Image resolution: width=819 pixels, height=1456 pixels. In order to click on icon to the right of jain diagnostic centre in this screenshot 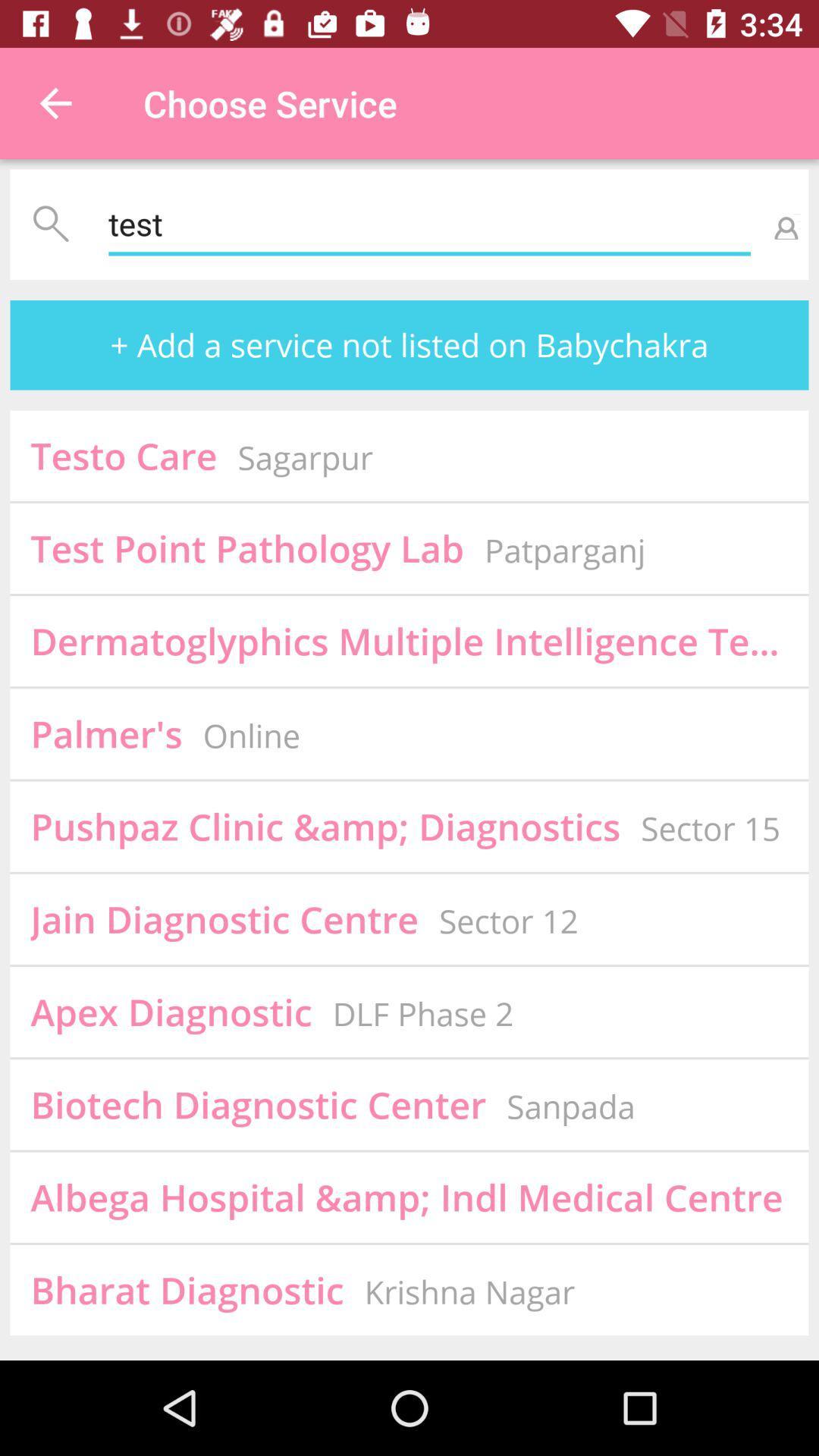, I will do `click(508, 920)`.